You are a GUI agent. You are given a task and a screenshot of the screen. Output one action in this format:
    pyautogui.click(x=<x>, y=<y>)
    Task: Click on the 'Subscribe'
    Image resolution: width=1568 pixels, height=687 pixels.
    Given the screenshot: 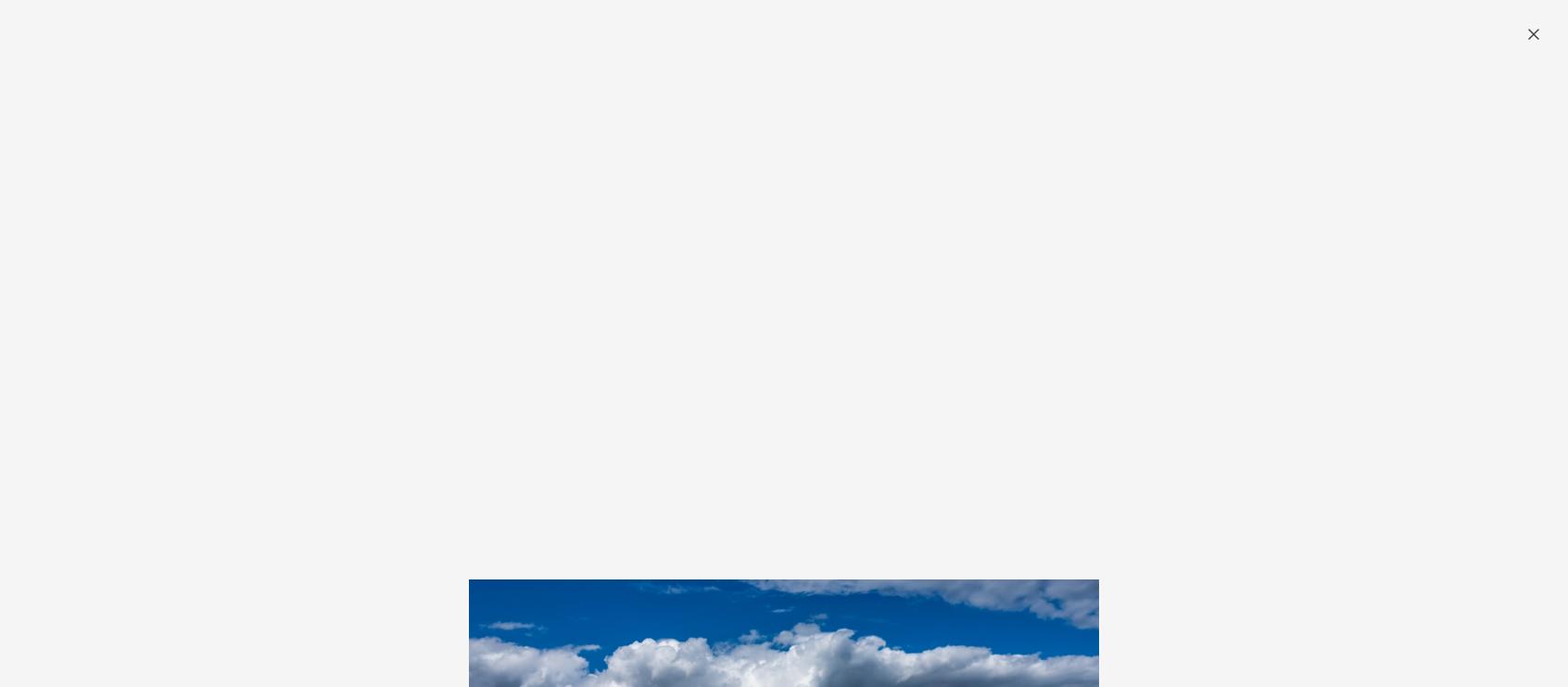 What is the action you would take?
    pyautogui.click(x=1297, y=627)
    